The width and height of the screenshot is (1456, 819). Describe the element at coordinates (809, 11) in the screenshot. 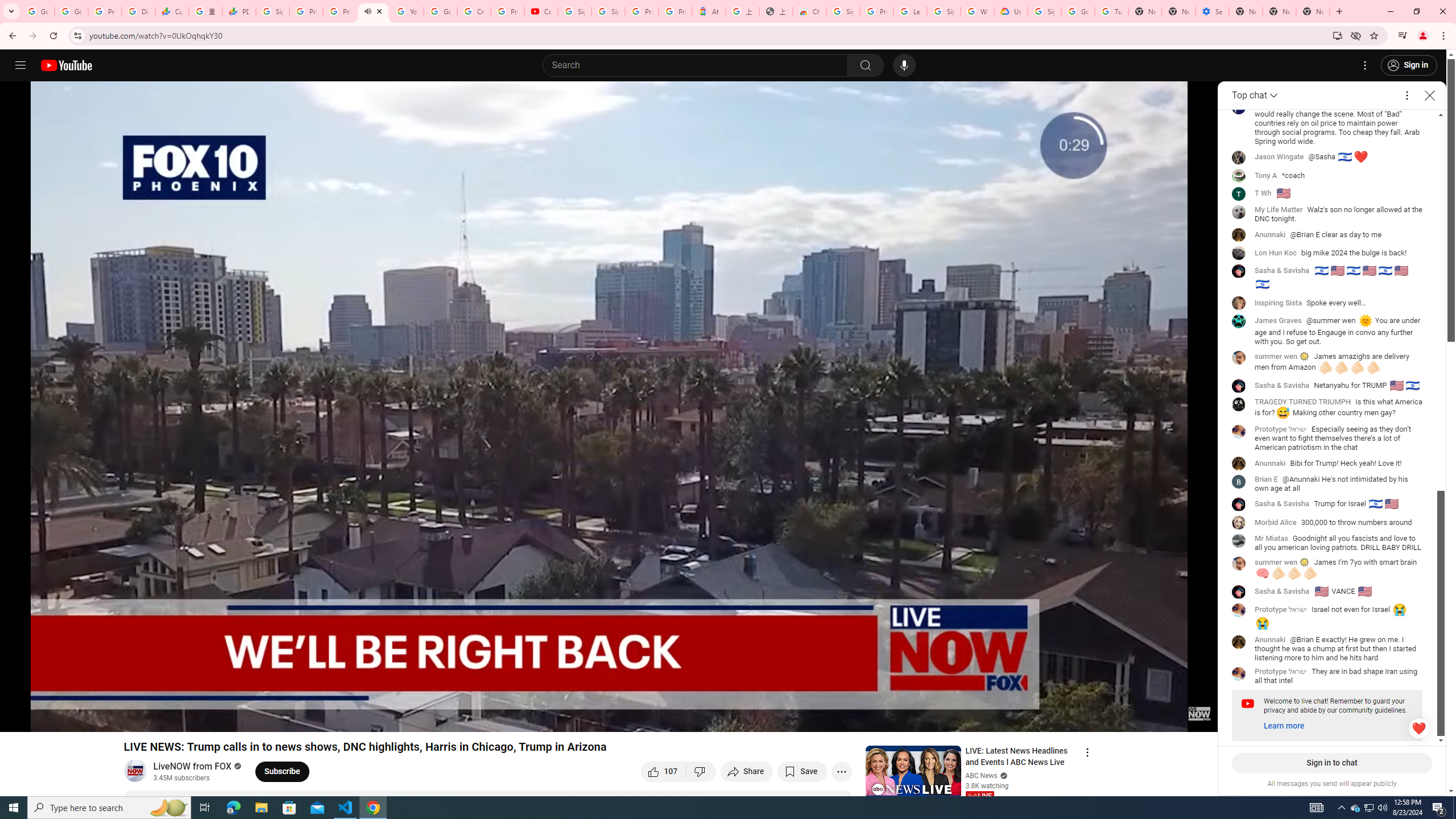

I see `'Chrome Web Store'` at that location.